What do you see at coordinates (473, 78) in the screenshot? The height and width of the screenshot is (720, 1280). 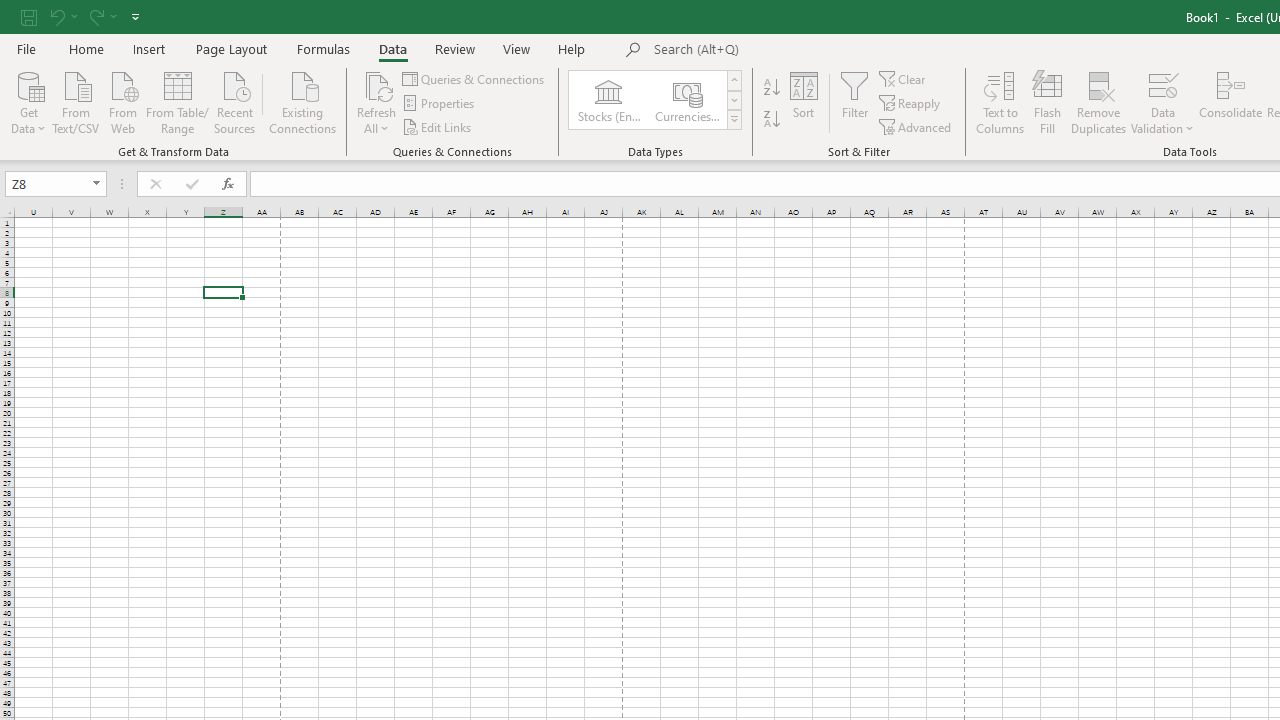 I see `'Queries & Connections'` at bounding box center [473, 78].